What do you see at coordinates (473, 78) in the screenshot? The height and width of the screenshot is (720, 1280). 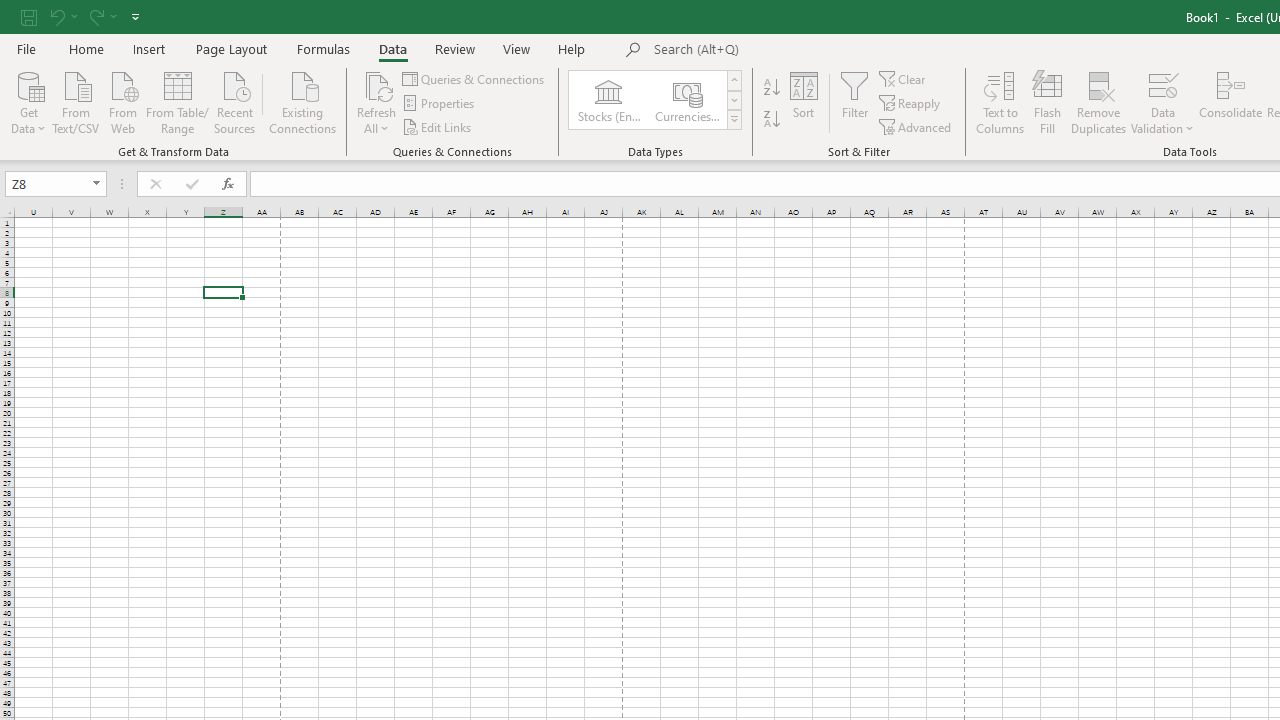 I see `'Queries & Connections'` at bounding box center [473, 78].